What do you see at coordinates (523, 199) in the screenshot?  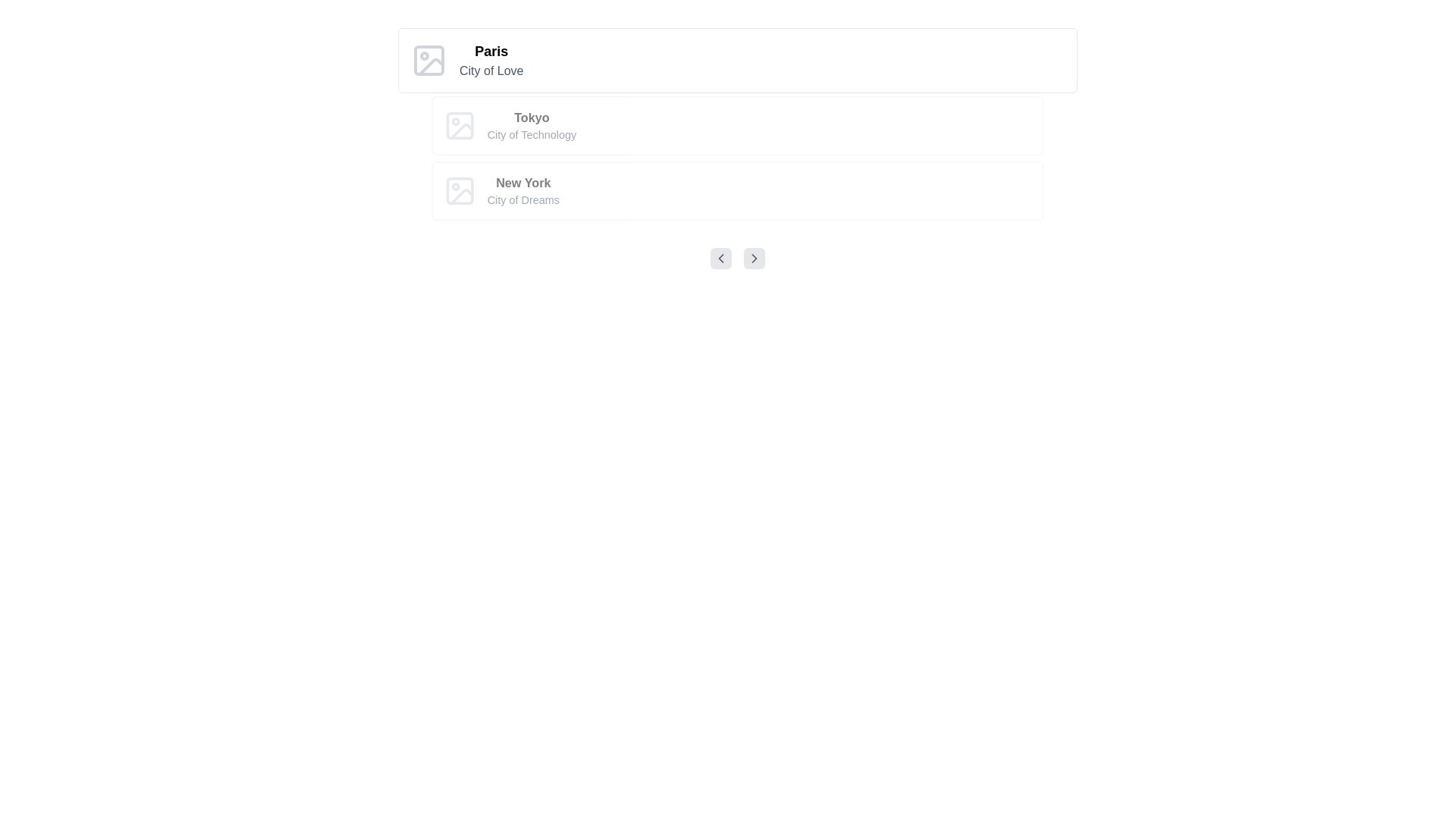 I see `accessibility properties of the text label displaying 'City of Dreams', which is styled in light gray and located below the title 'New York' in the list of city information` at bounding box center [523, 199].